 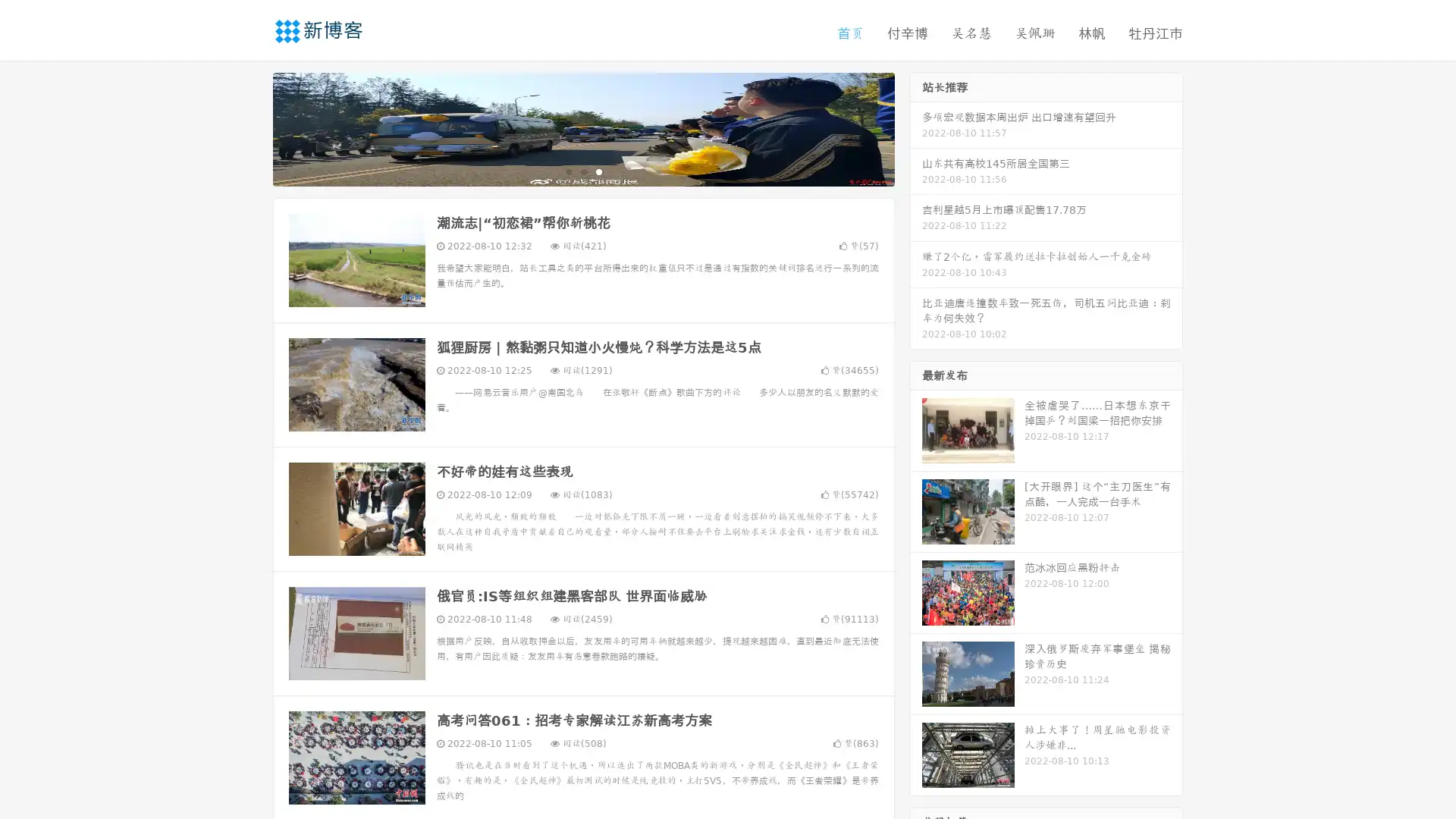 I want to click on Next slide, so click(x=916, y=127).